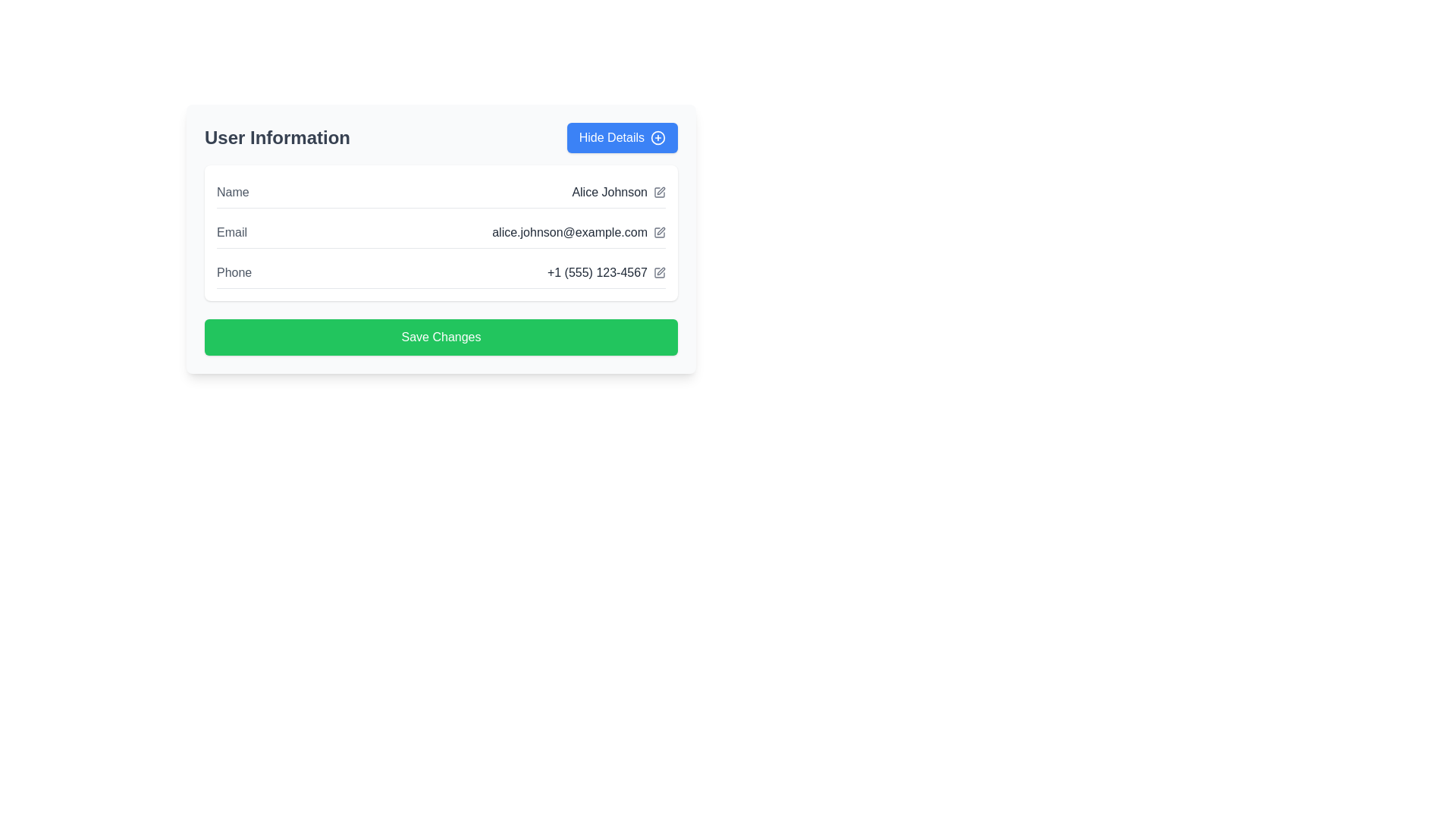 This screenshot has height=819, width=1456. I want to click on the edit button located to the right of the email text 'alice.johnson@example.com', so click(659, 233).